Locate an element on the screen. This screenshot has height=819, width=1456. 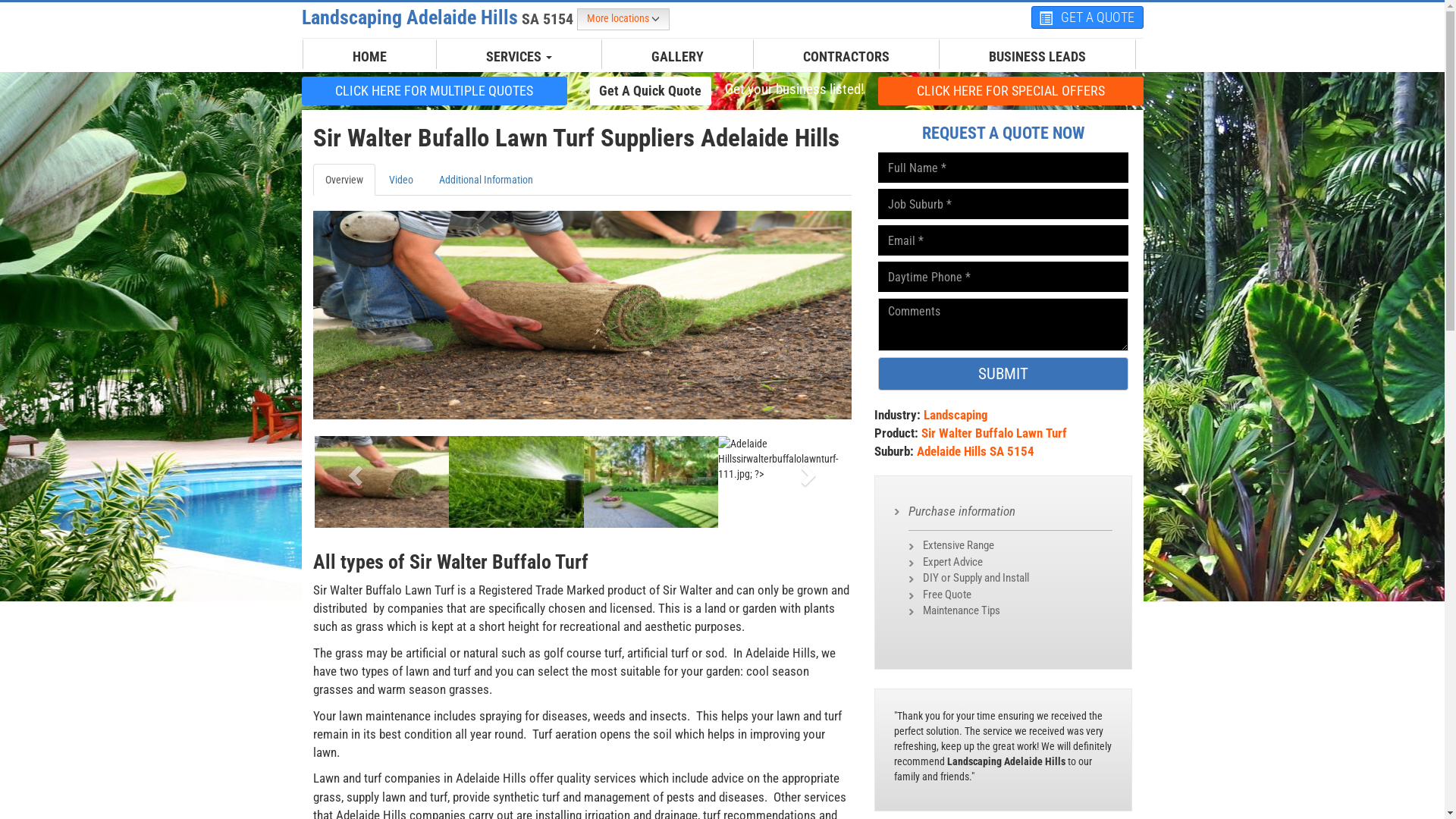
'Additional Information' is located at coordinates (484, 178).